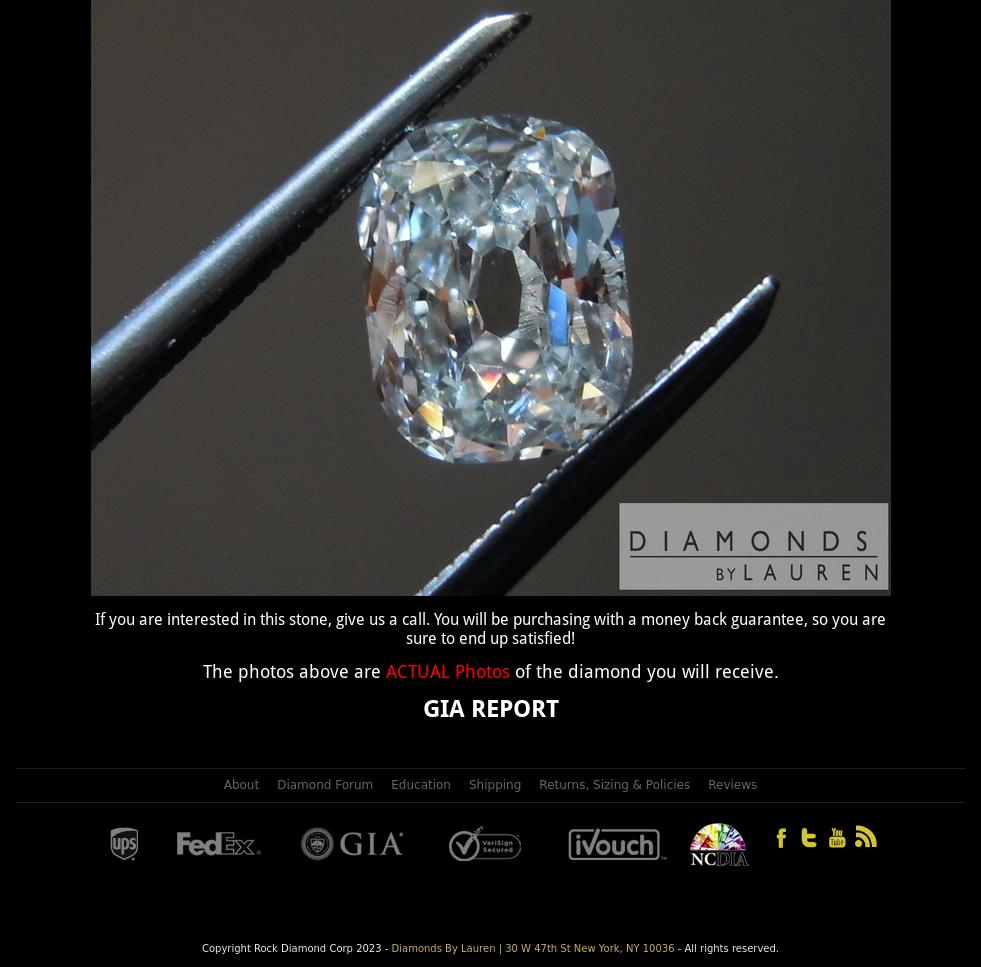 This screenshot has height=967, width=981. What do you see at coordinates (645, 671) in the screenshot?
I see `'of the diamond you will receive.'` at bounding box center [645, 671].